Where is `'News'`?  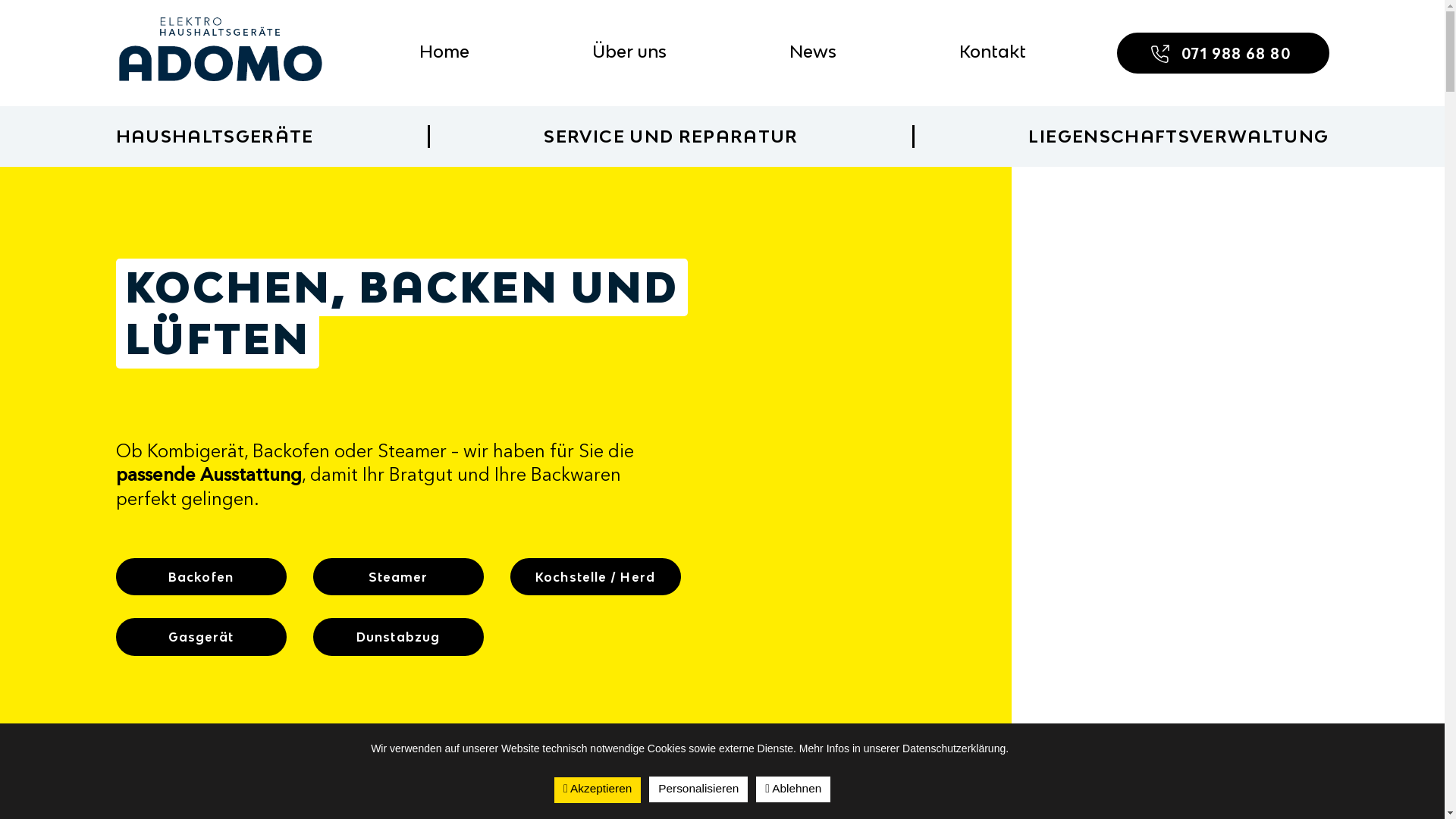
'News' is located at coordinates (811, 51).